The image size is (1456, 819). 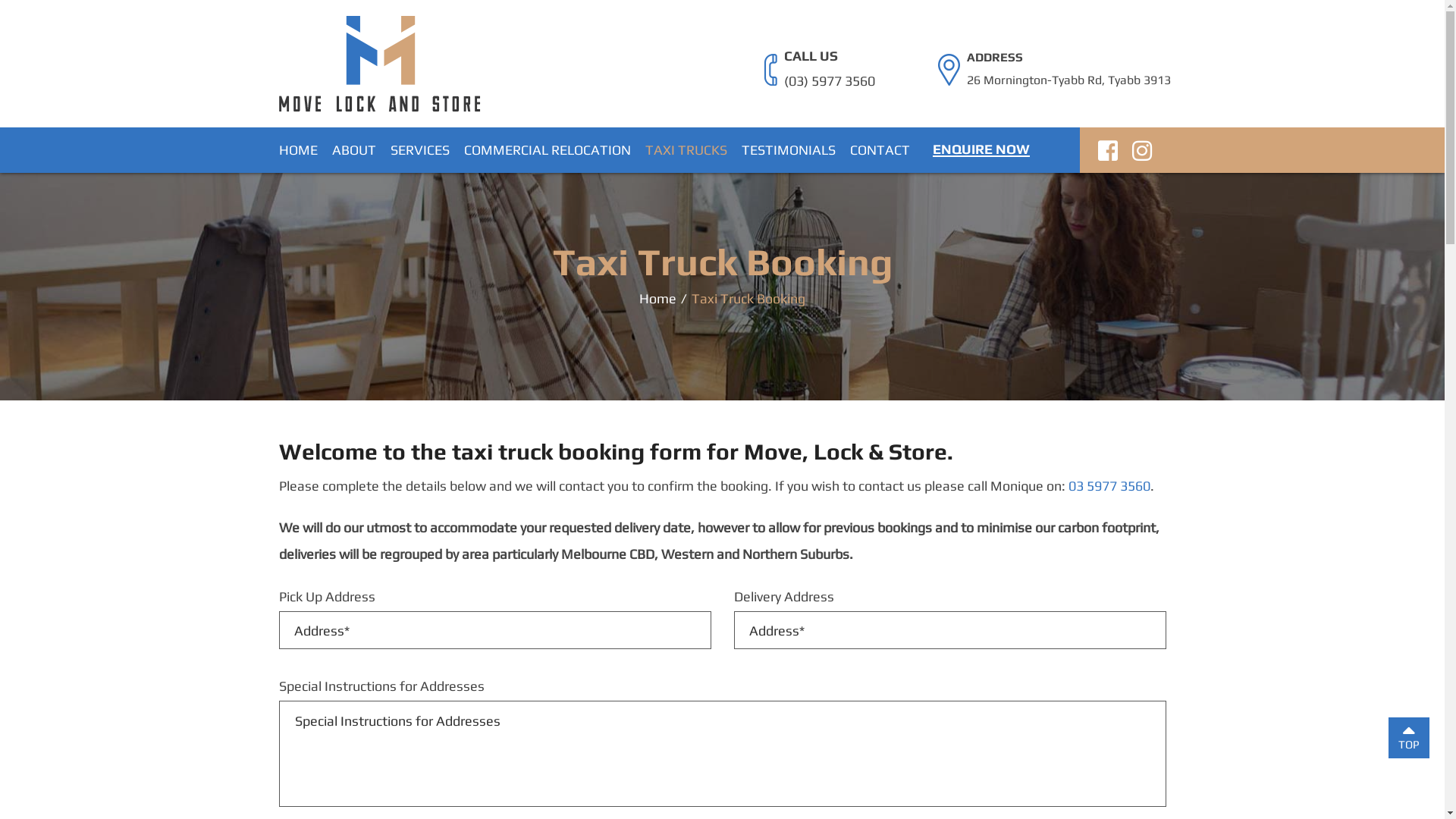 What do you see at coordinates (1109, 485) in the screenshot?
I see `'03 5977 3560'` at bounding box center [1109, 485].